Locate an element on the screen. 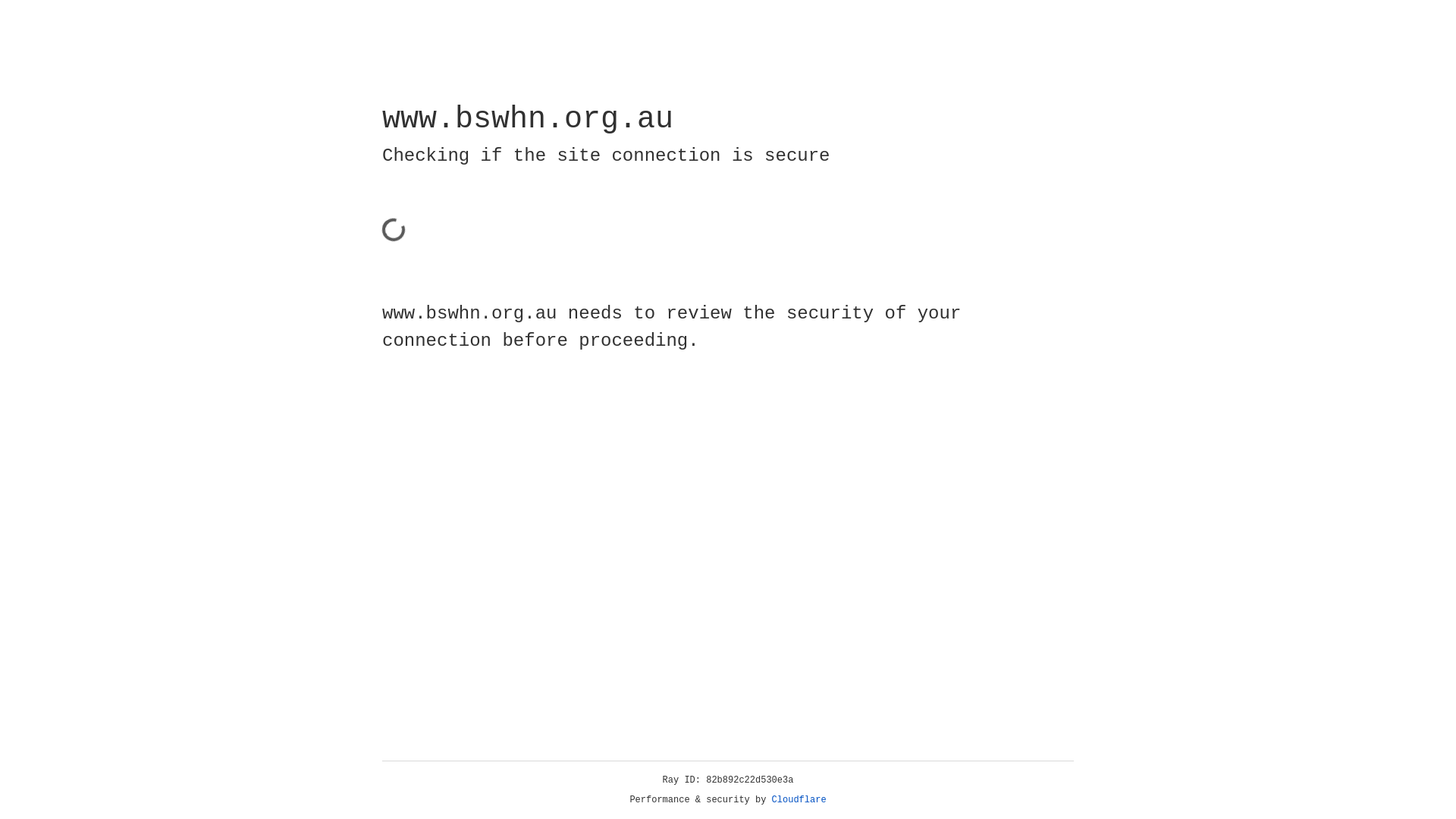  'Cloudflare' is located at coordinates (799, 799).